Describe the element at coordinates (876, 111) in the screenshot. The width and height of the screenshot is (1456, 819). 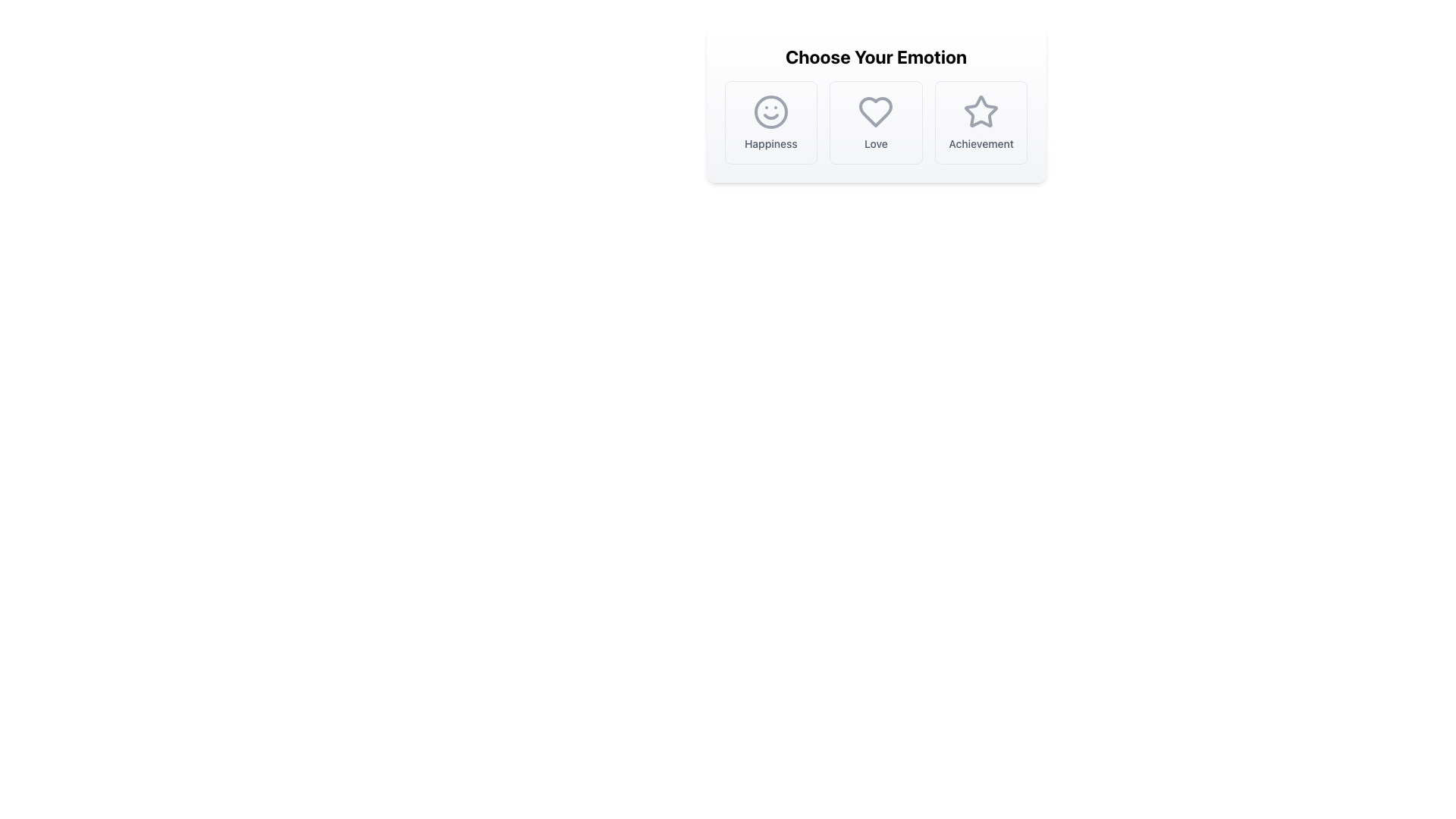
I see `the heart icon located centrally in the 'Choose Your Emotion' section` at that location.